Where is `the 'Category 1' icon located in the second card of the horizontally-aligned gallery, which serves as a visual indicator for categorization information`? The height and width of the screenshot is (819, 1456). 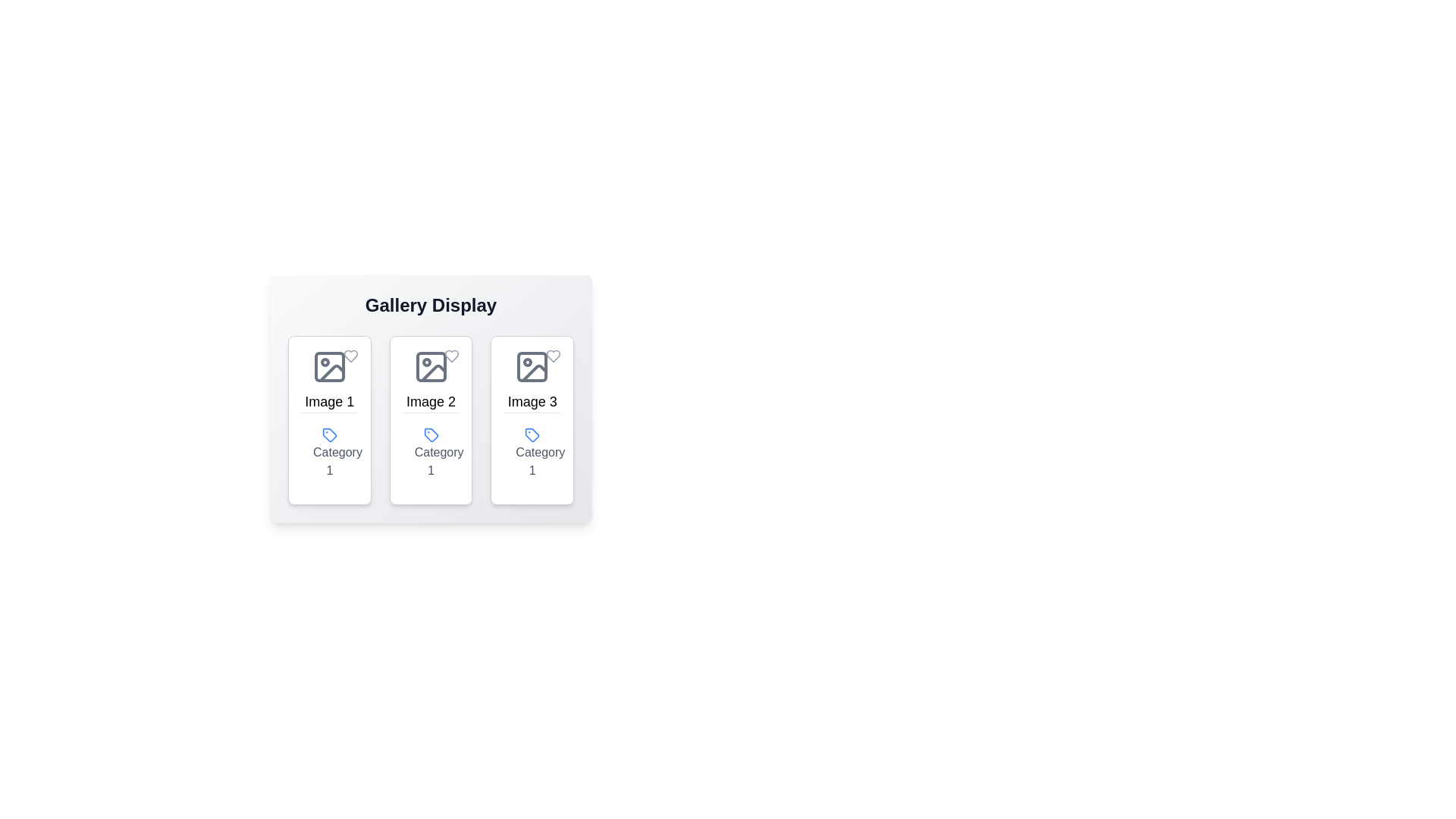 the 'Category 1' icon located in the second card of the horizontally-aligned gallery, which serves as a visual indicator for categorization information is located at coordinates (430, 435).